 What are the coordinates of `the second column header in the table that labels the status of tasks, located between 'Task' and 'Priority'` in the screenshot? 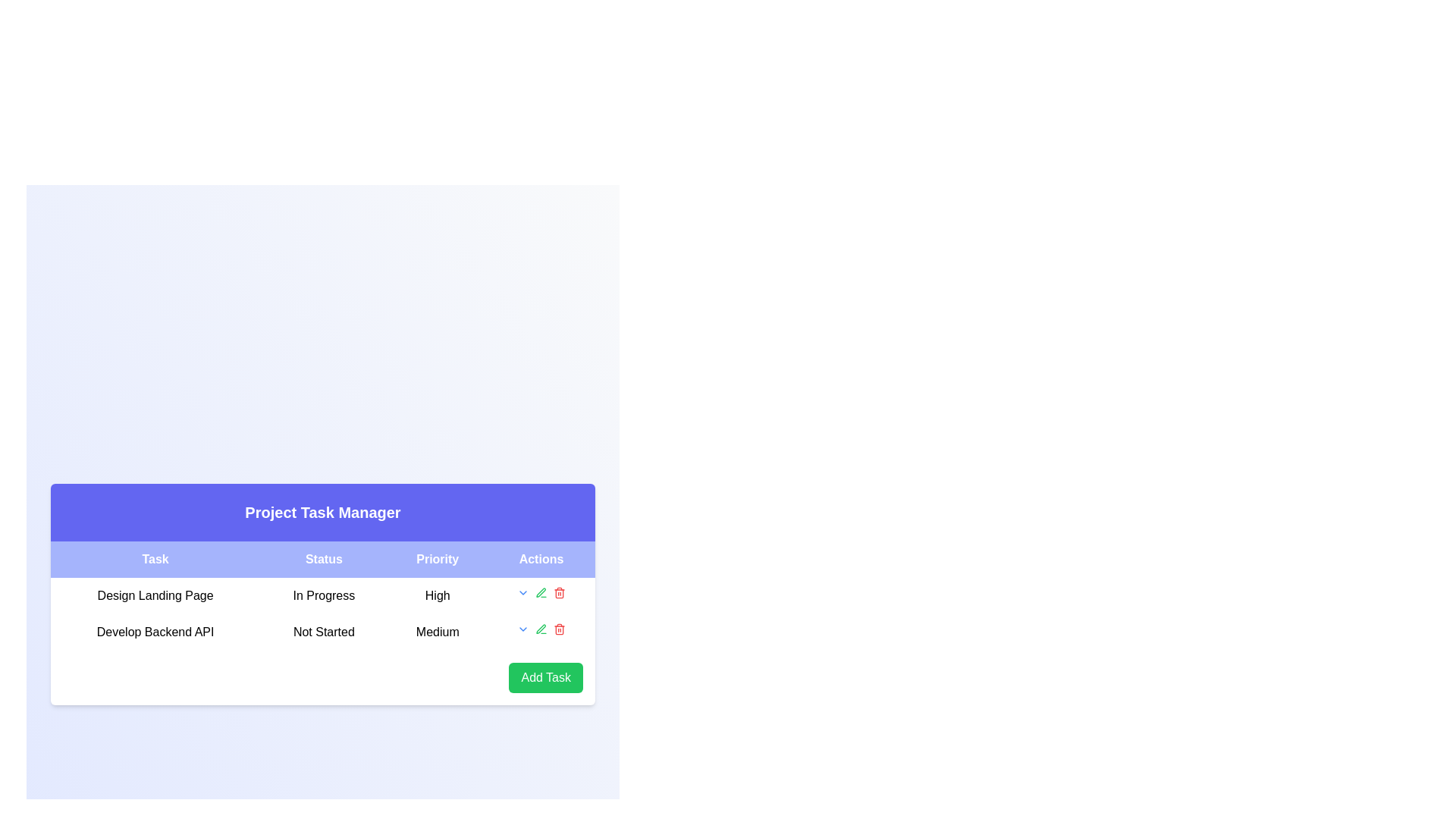 It's located at (323, 559).